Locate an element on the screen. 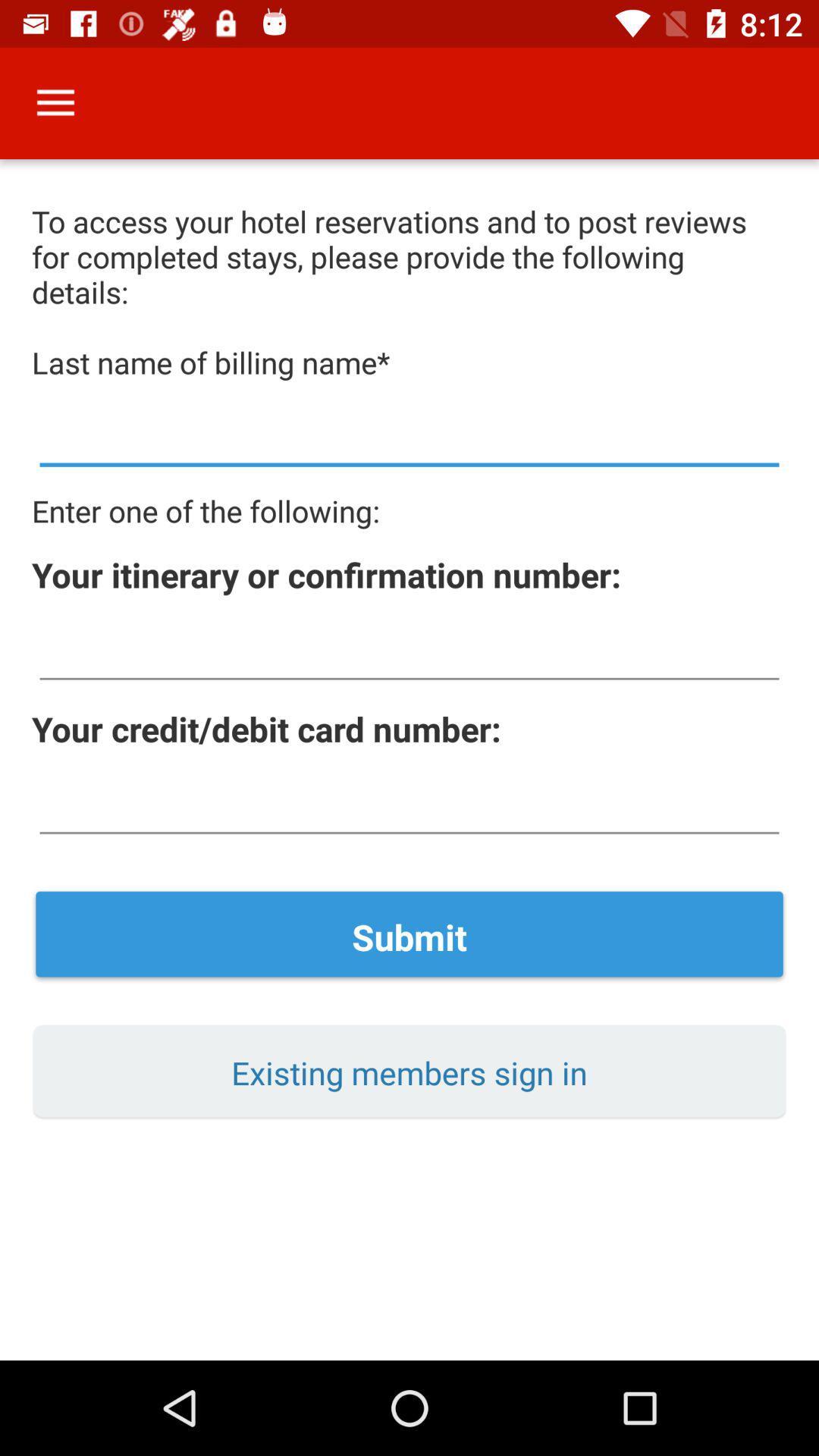 Image resolution: width=819 pixels, height=1456 pixels. text box for credit card number is located at coordinates (409, 805).